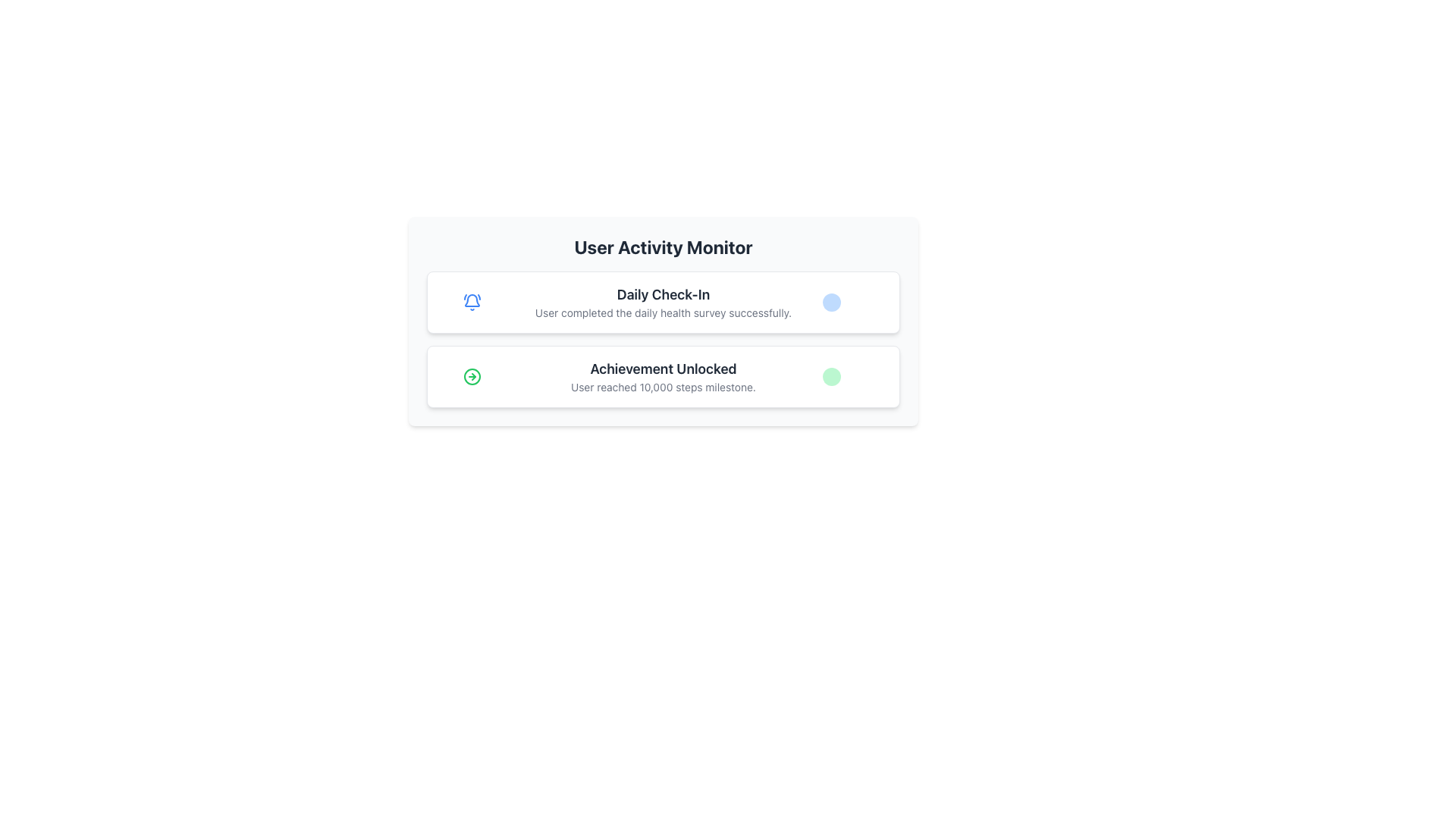 This screenshot has width=1456, height=819. Describe the element at coordinates (663, 386) in the screenshot. I see `the text label that states 'User reached 10,000 steps milestone.' located within the card beneath the 'Achievement Unlocked' heading` at that location.